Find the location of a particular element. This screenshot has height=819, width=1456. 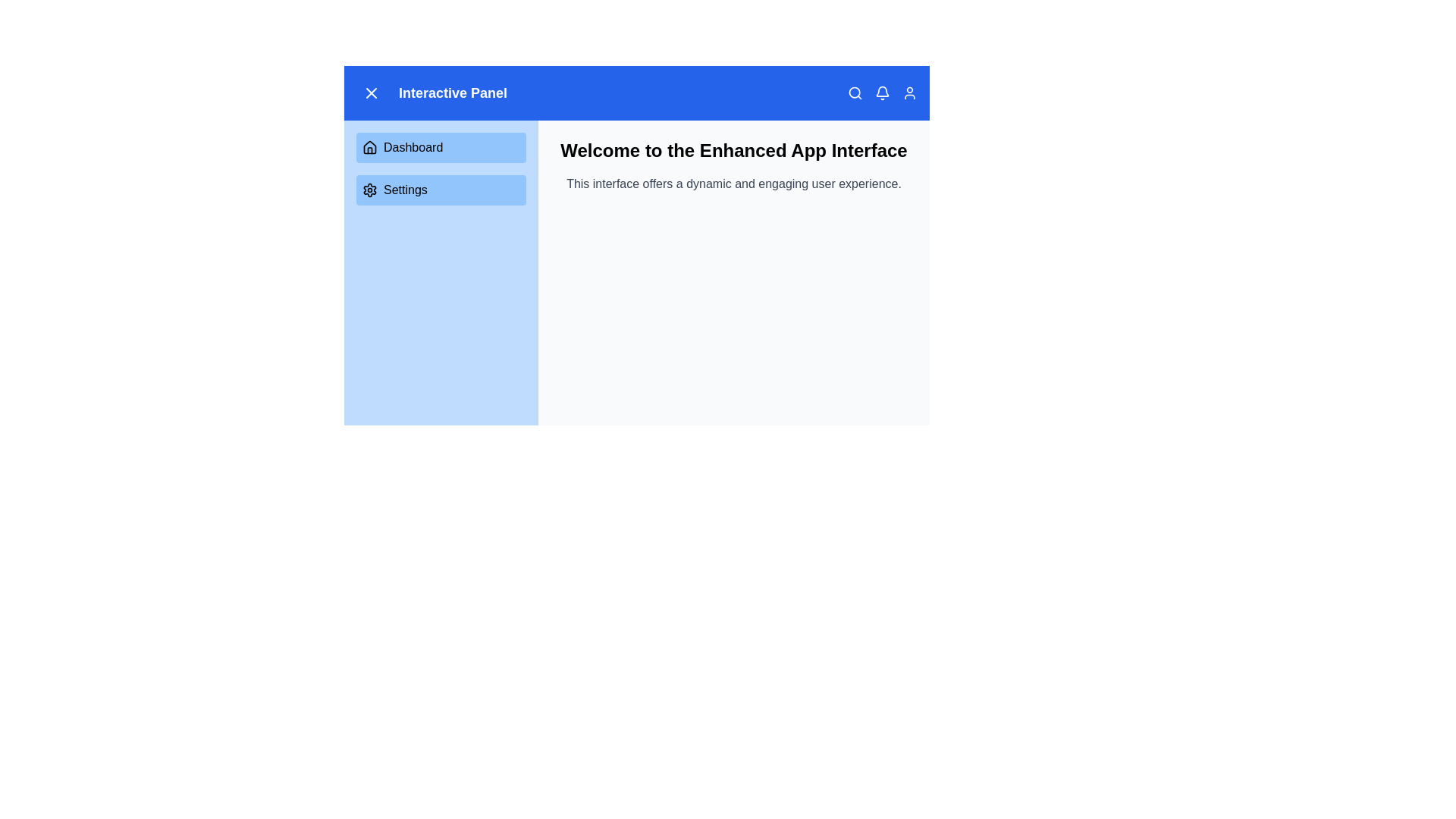

the 'Settings' icon located in the left panel, specifically the second list item below the 'Dashboard' button is located at coordinates (370, 189).